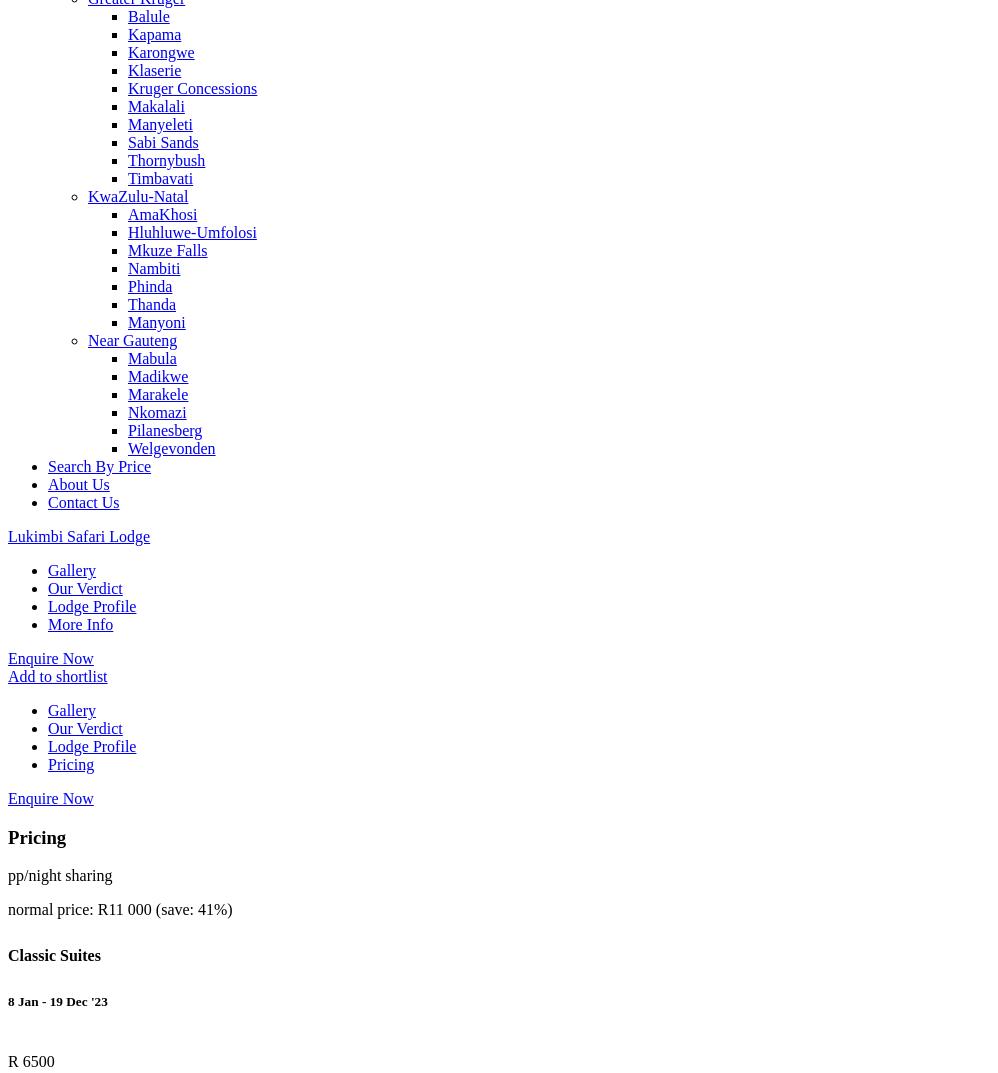  What do you see at coordinates (132, 340) in the screenshot?
I see `'Near Gauteng'` at bounding box center [132, 340].